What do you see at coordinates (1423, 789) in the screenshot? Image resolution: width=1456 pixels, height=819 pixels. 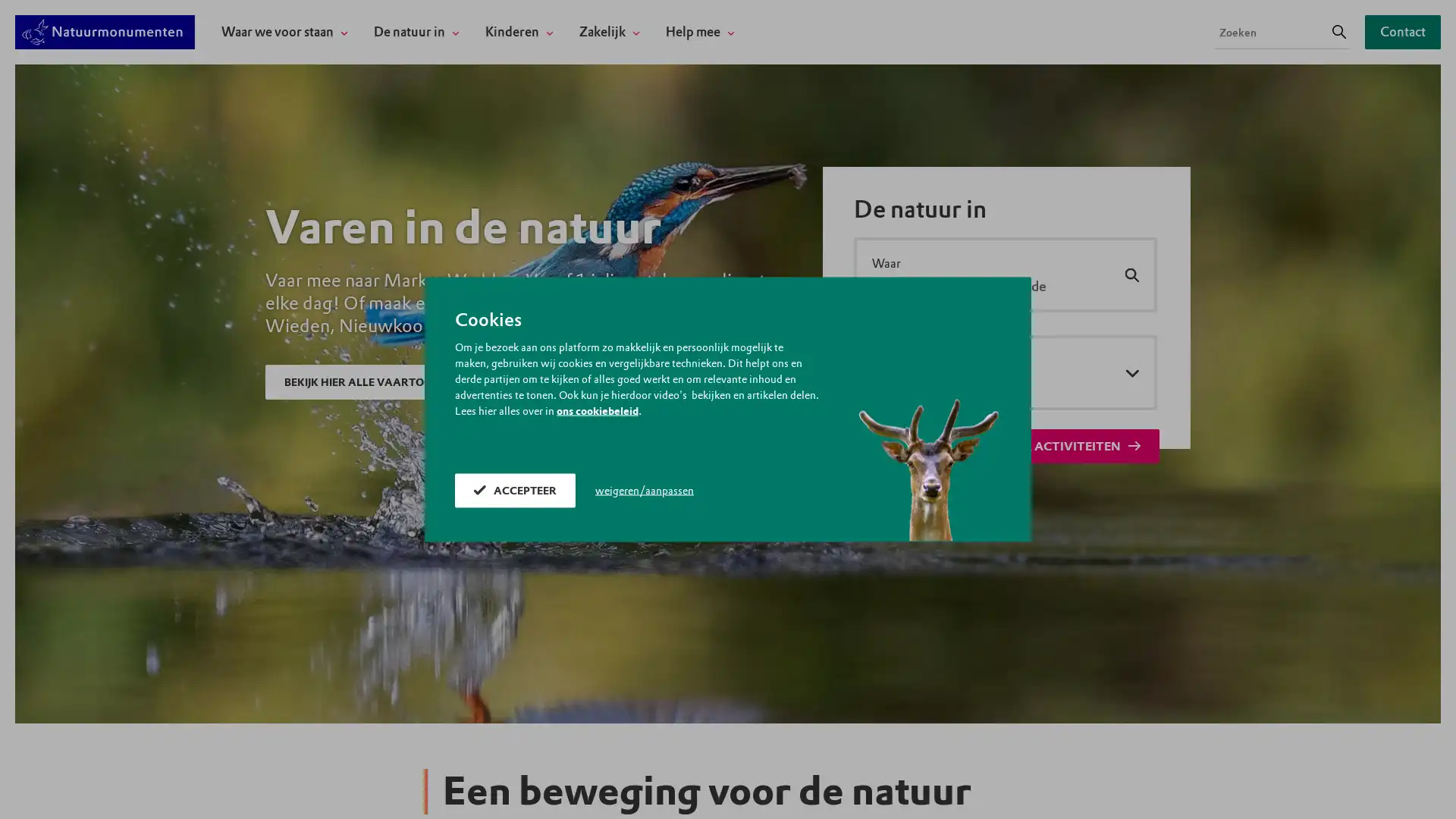 I see `Scroll to top` at bounding box center [1423, 789].